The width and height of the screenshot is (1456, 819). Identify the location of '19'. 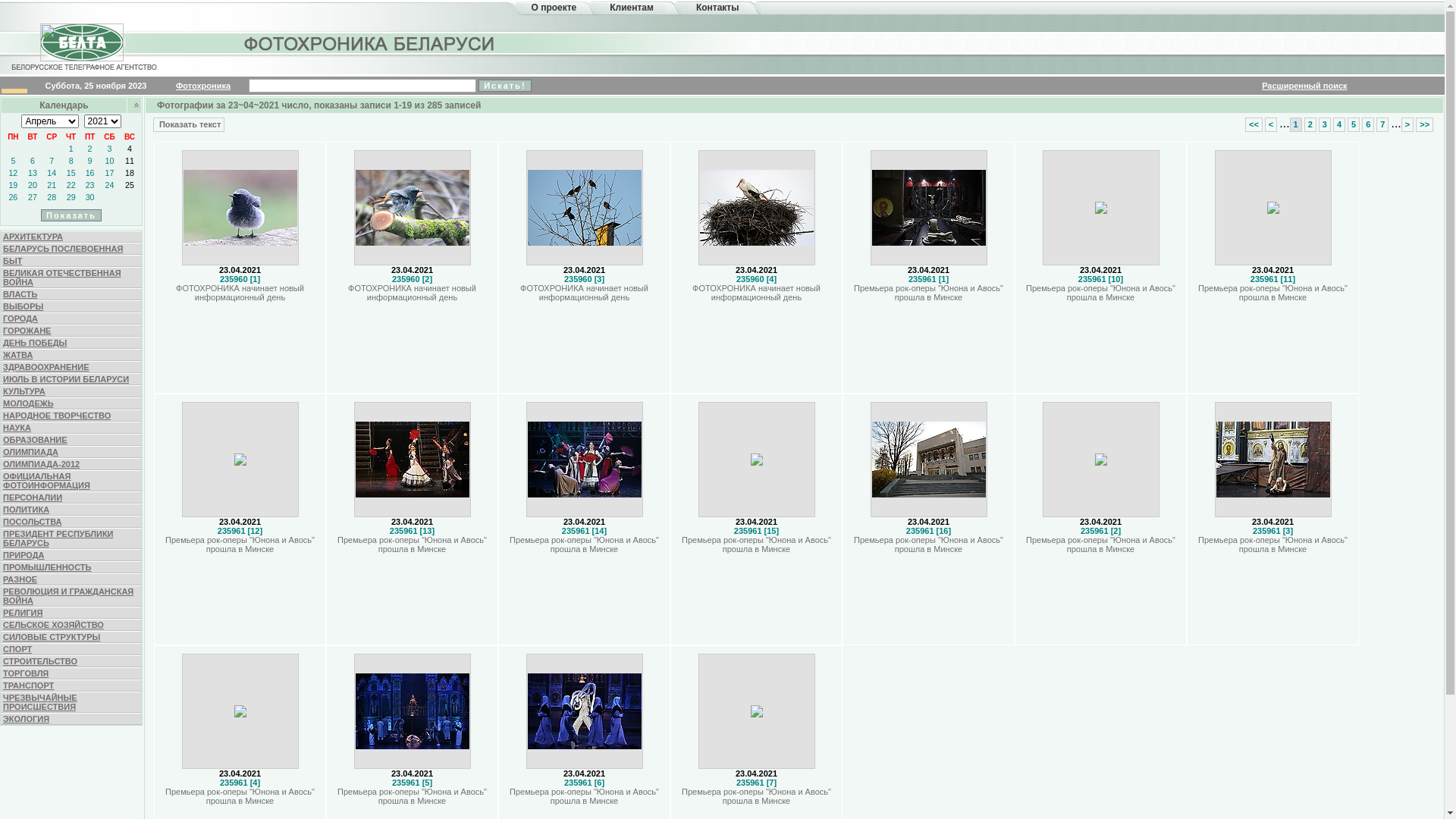
(8, 184).